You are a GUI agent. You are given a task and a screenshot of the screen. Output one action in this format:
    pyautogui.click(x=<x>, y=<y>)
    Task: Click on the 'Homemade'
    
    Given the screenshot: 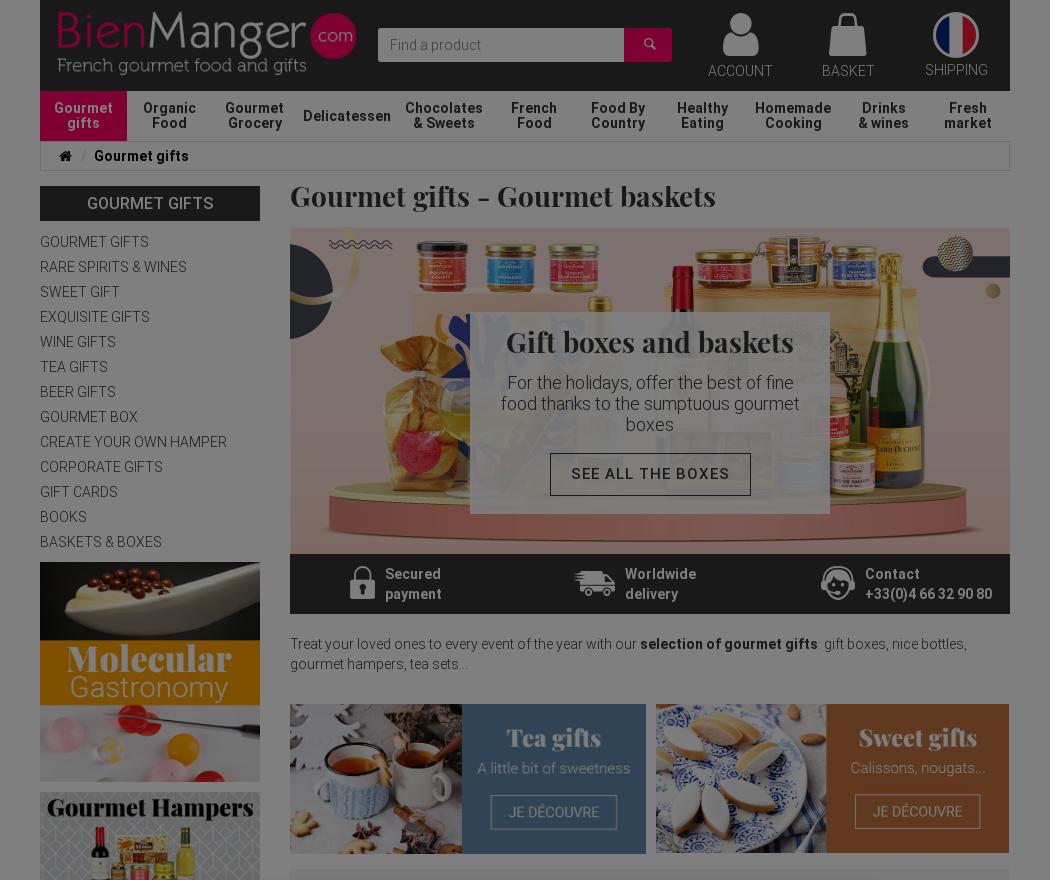 What is the action you would take?
    pyautogui.click(x=754, y=106)
    